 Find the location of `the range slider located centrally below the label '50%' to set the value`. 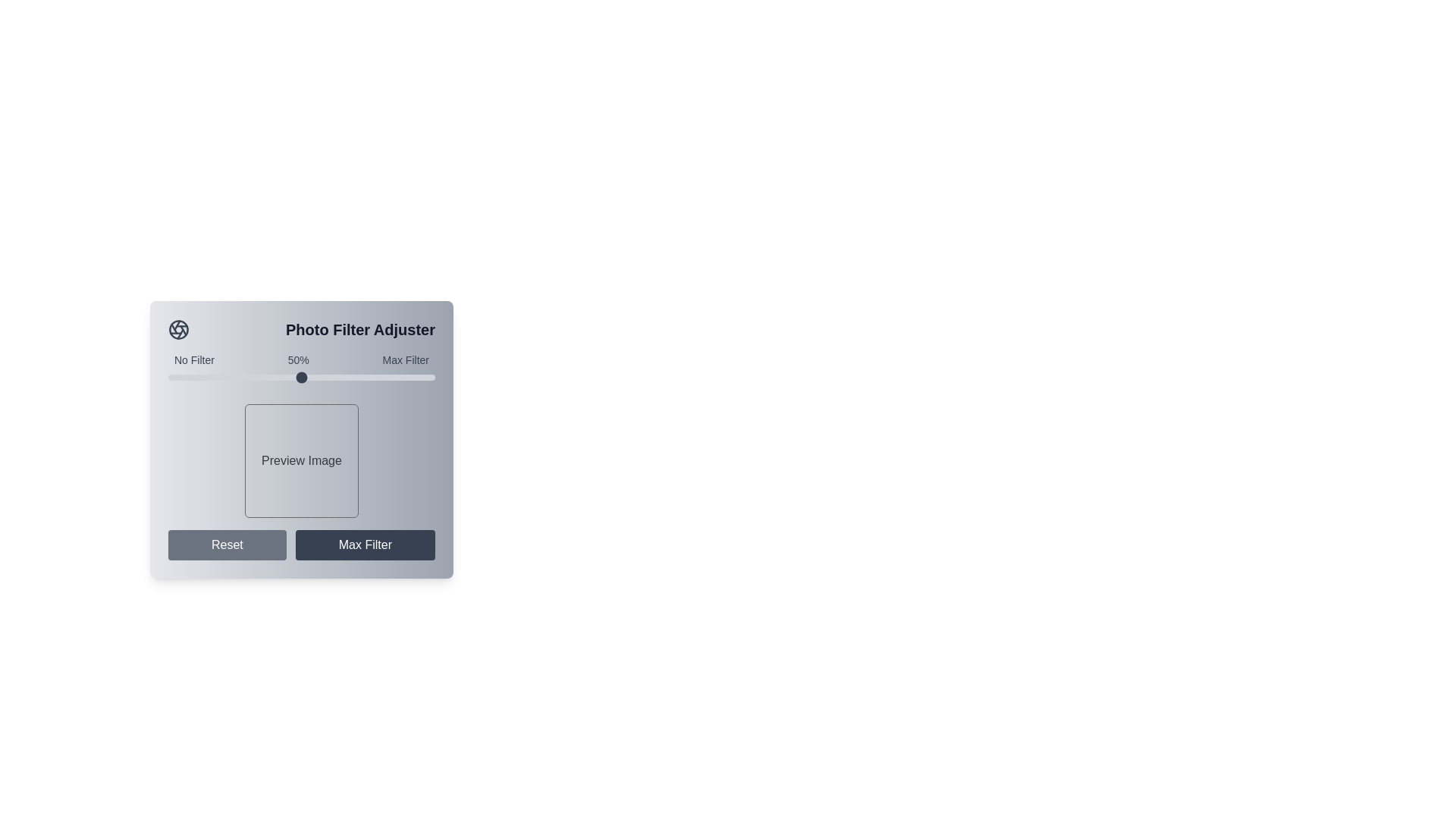

the range slider located centrally below the label '50%' to set the value is located at coordinates (302, 376).